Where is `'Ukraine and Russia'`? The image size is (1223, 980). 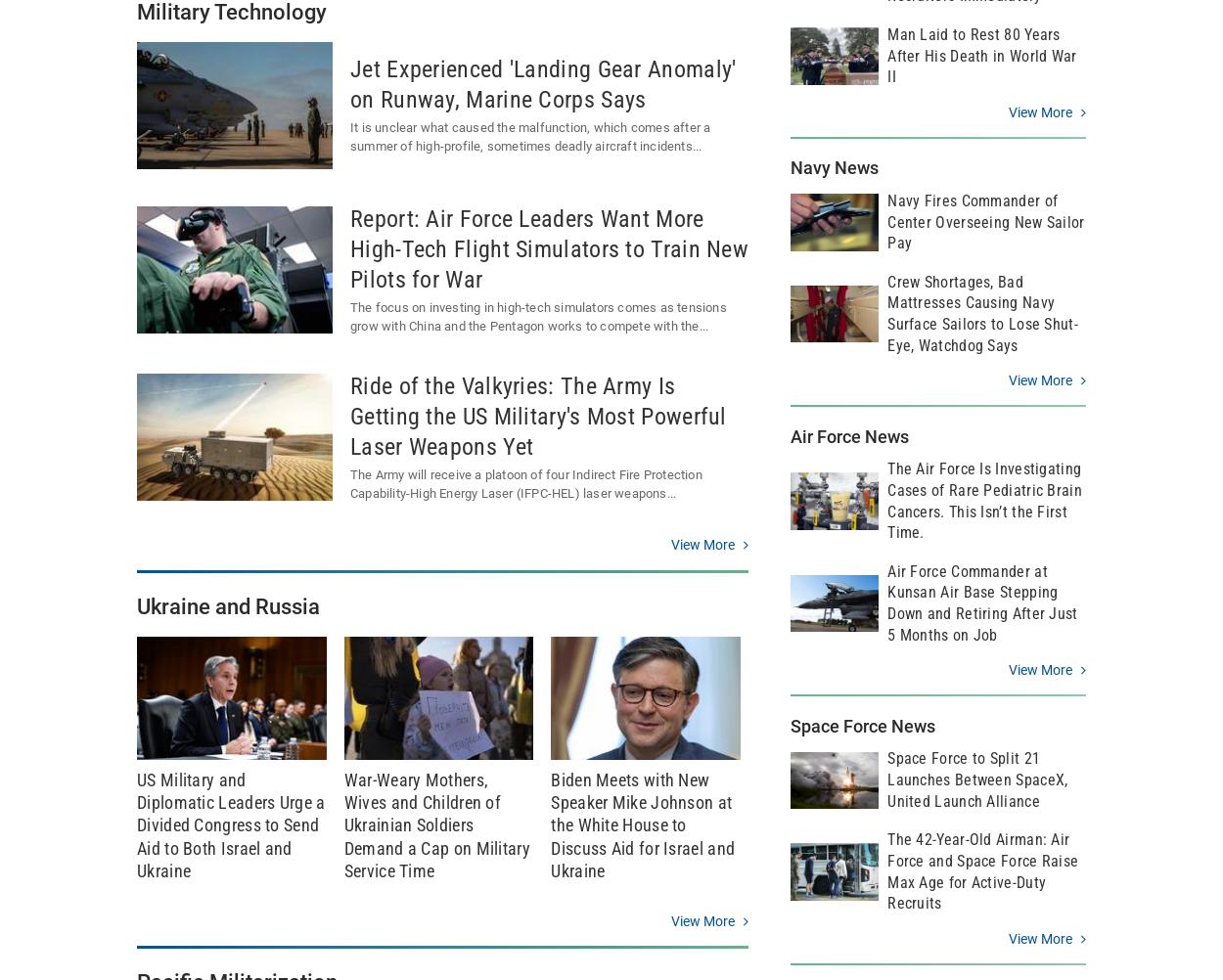 'Ukraine and Russia' is located at coordinates (137, 604).